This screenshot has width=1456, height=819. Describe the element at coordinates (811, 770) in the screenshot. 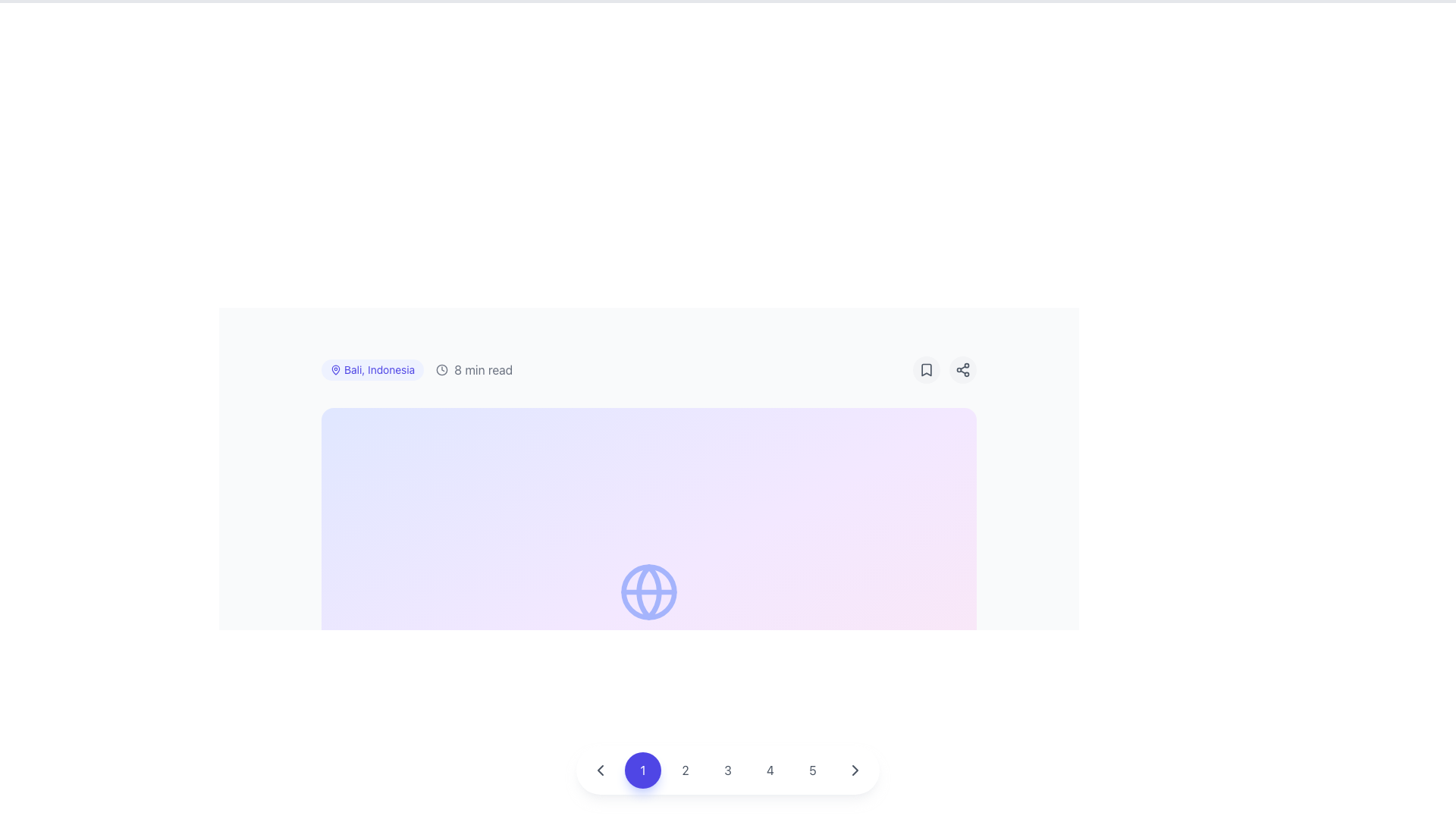

I see `the circular button displaying the number '5'` at that location.